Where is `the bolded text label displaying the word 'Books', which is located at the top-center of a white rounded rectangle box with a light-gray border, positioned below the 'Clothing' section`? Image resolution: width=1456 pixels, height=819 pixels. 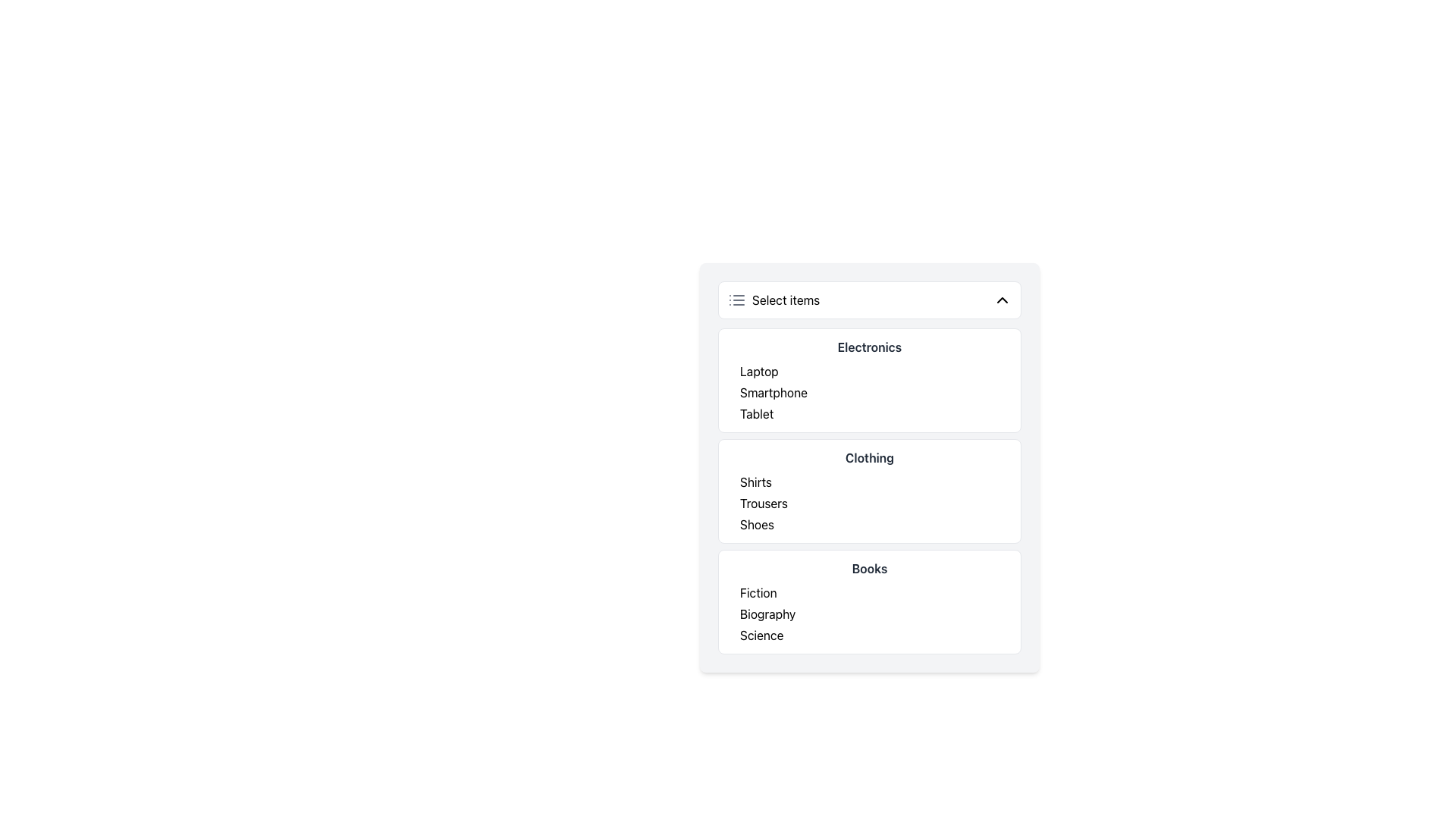
the bolded text label displaying the word 'Books', which is located at the top-center of a white rounded rectangle box with a light-gray border, positioned below the 'Clothing' section is located at coordinates (870, 568).